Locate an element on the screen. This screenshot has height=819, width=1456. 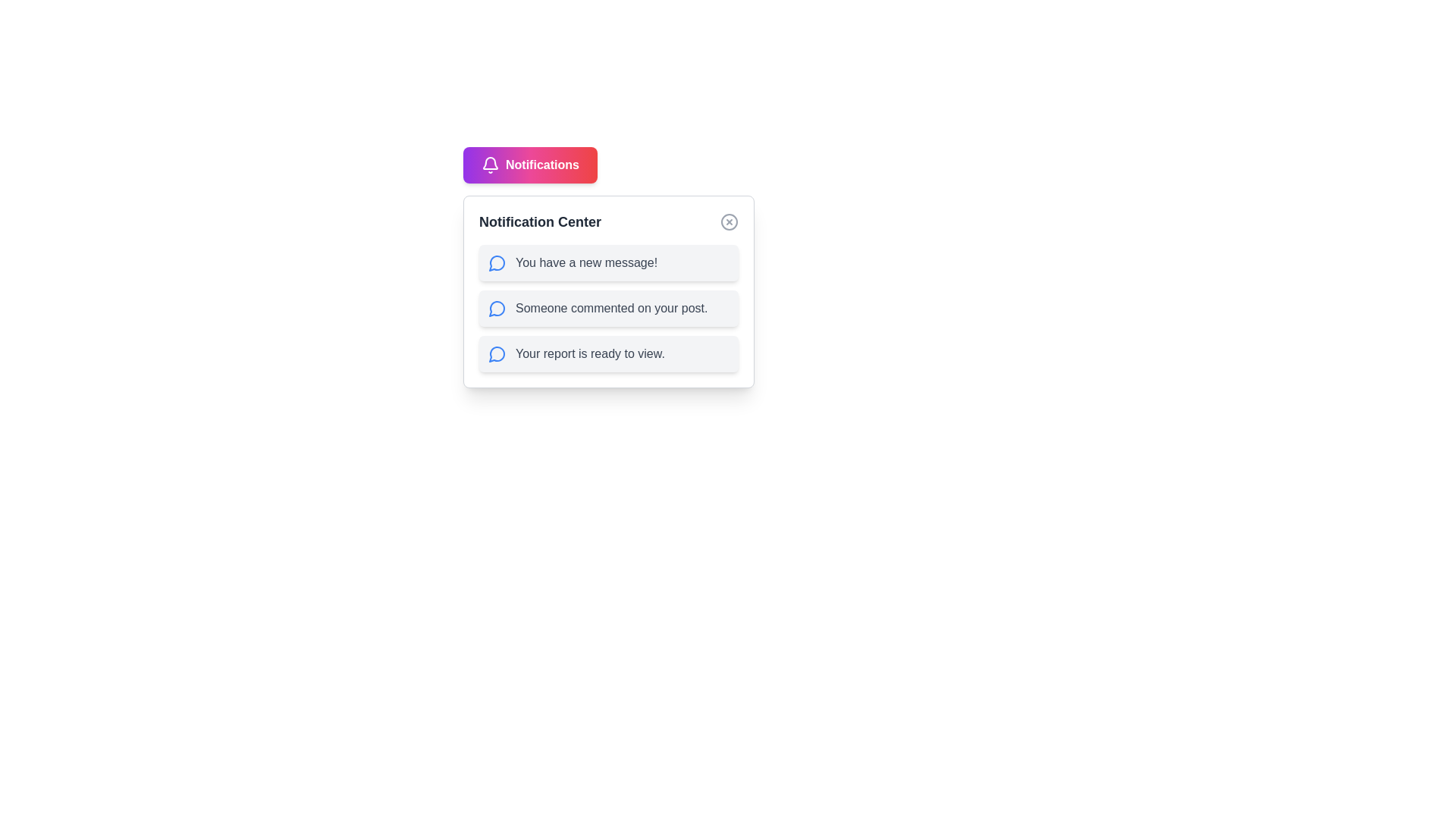
the center of the close button located at the far right side of the 'Notification Center' header is located at coordinates (729, 222).